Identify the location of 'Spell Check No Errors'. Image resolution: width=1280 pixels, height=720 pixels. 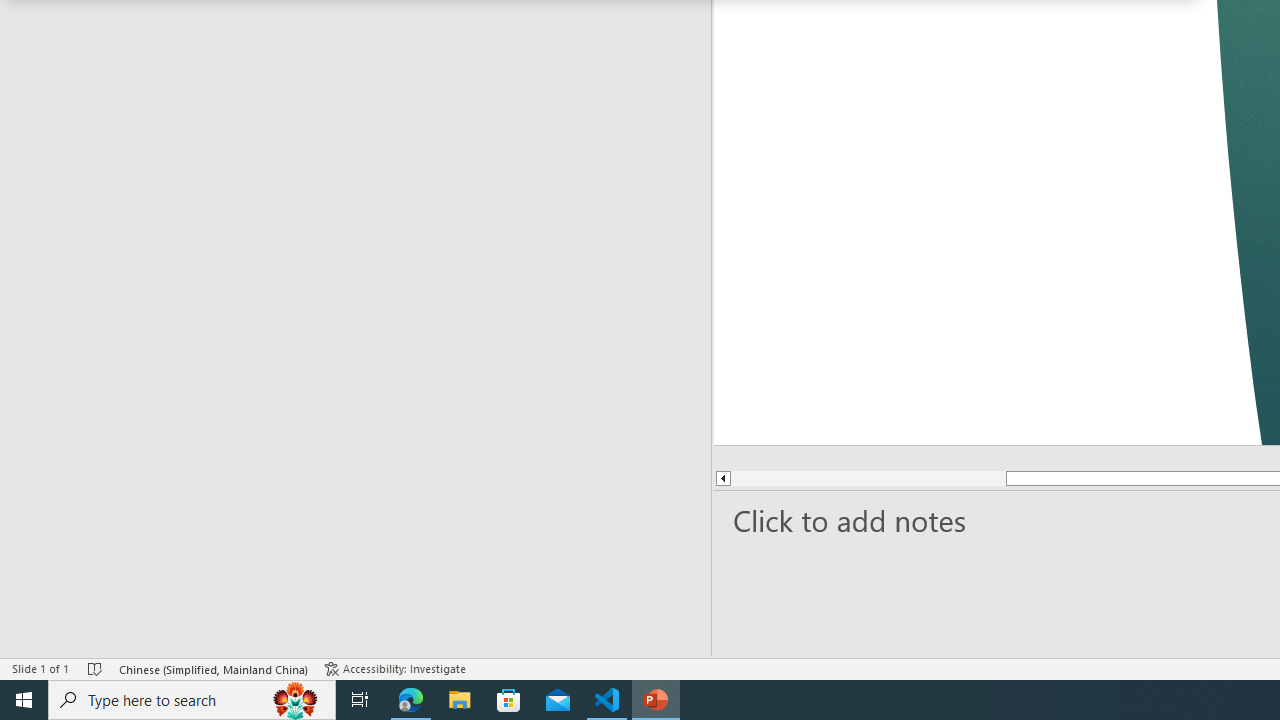
(95, 669).